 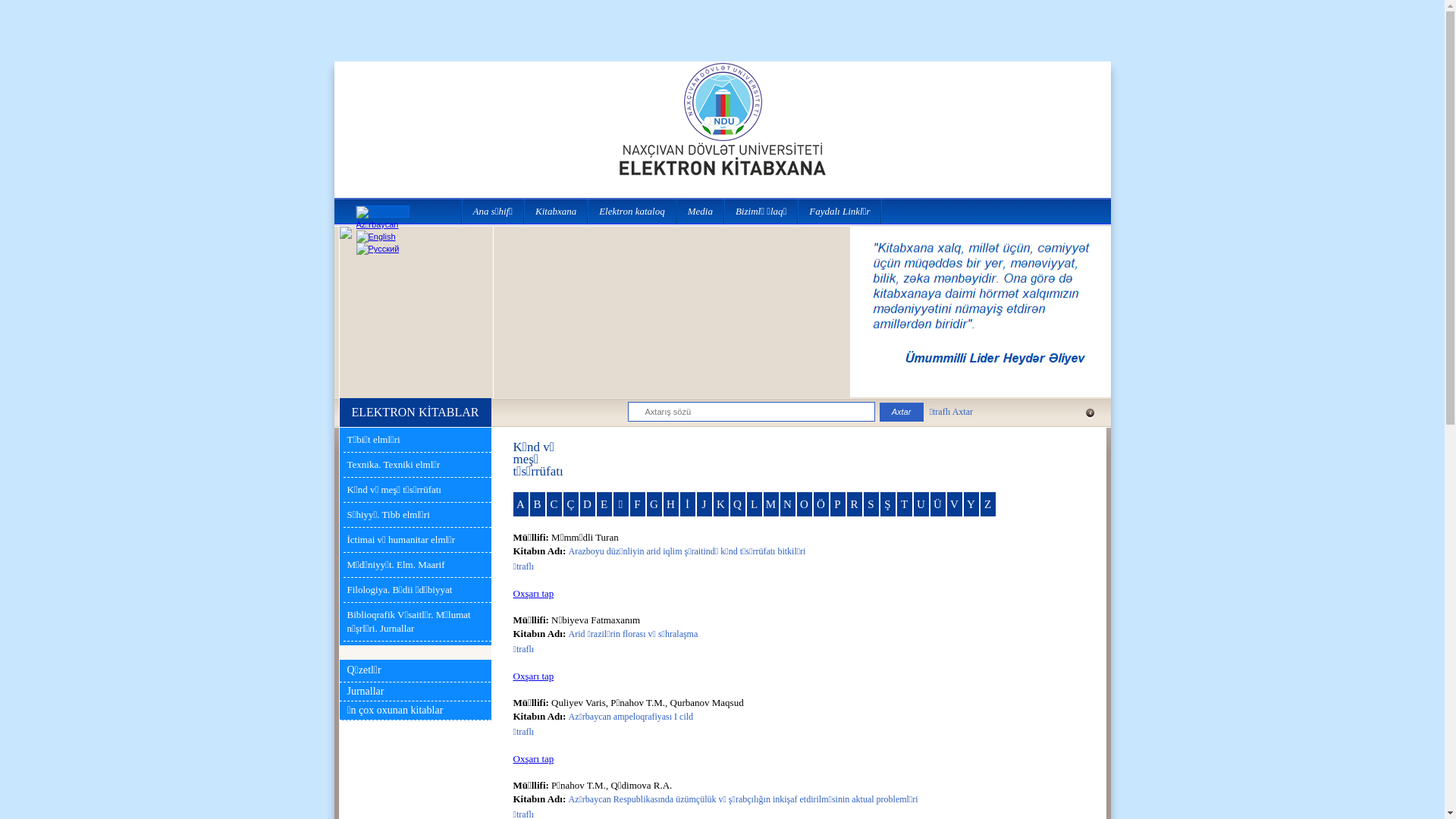 I want to click on 'Kitabxana', so click(x=556, y=211).